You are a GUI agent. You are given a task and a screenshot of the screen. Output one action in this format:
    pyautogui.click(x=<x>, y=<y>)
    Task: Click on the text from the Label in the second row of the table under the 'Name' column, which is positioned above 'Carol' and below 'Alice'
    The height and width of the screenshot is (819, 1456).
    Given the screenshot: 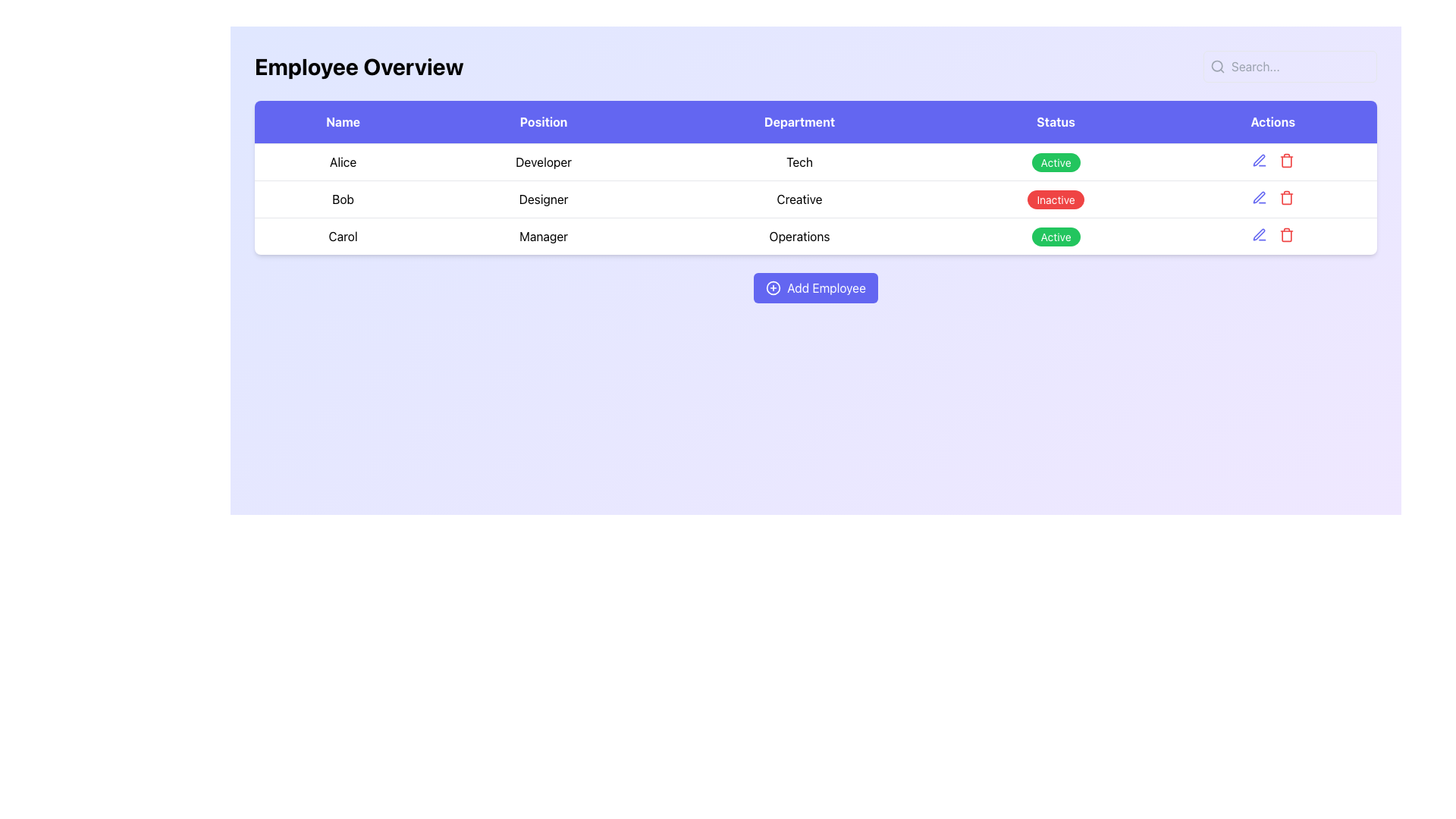 What is the action you would take?
    pyautogui.click(x=342, y=198)
    